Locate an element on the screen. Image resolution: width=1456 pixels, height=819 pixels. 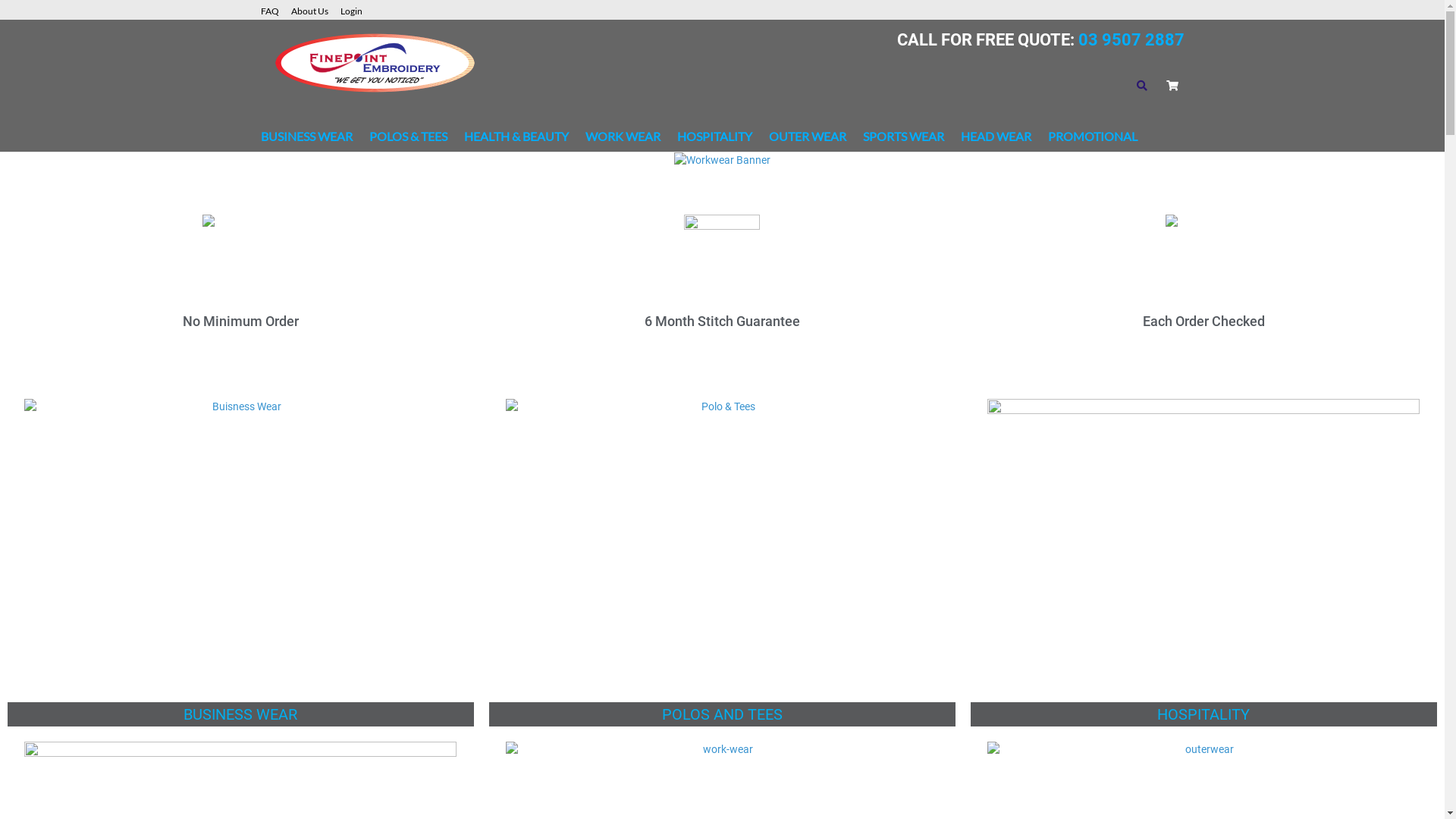
'POLOS & TEES' is located at coordinates (407, 136).